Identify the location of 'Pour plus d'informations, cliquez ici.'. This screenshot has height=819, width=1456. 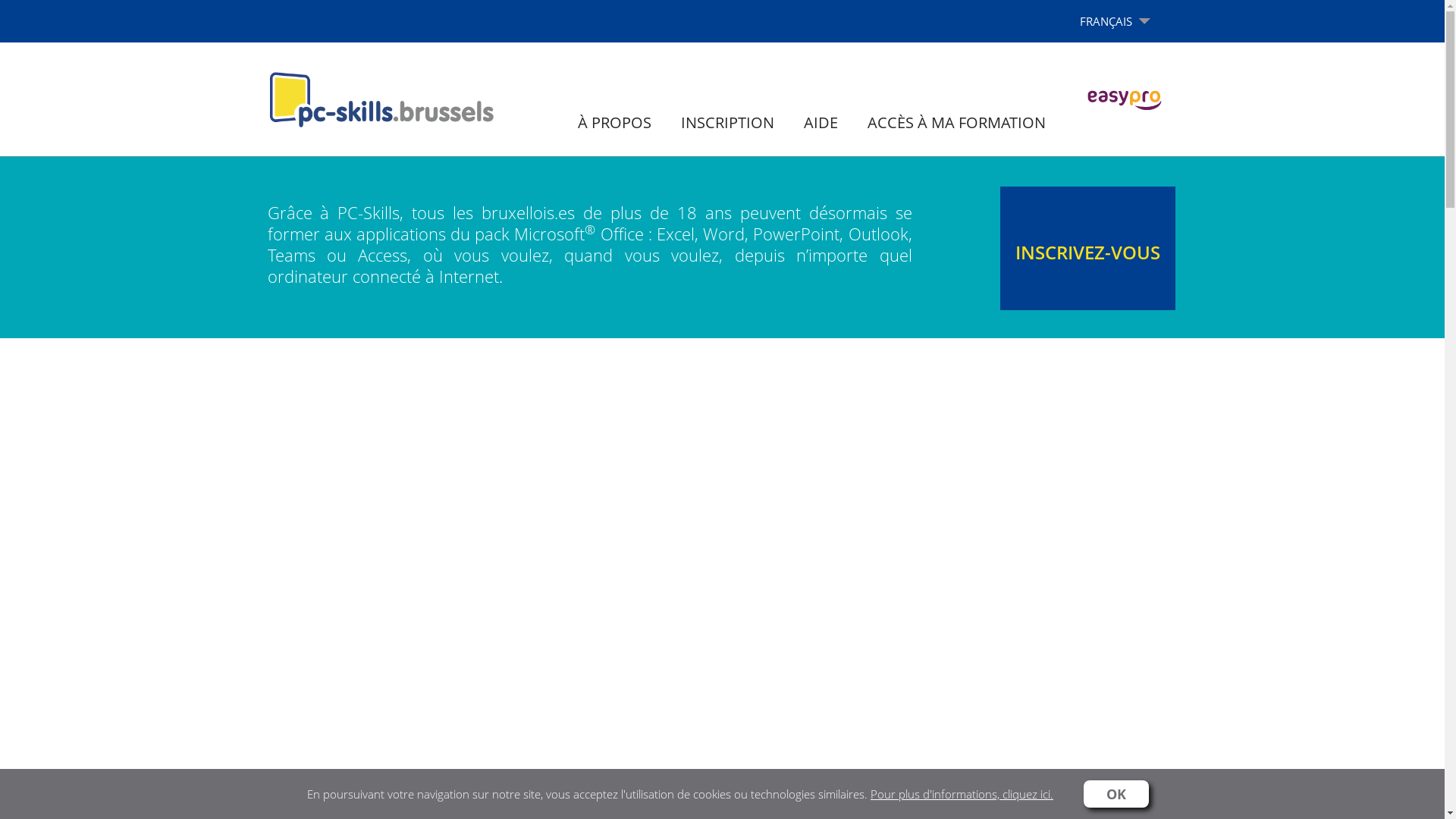
(870, 792).